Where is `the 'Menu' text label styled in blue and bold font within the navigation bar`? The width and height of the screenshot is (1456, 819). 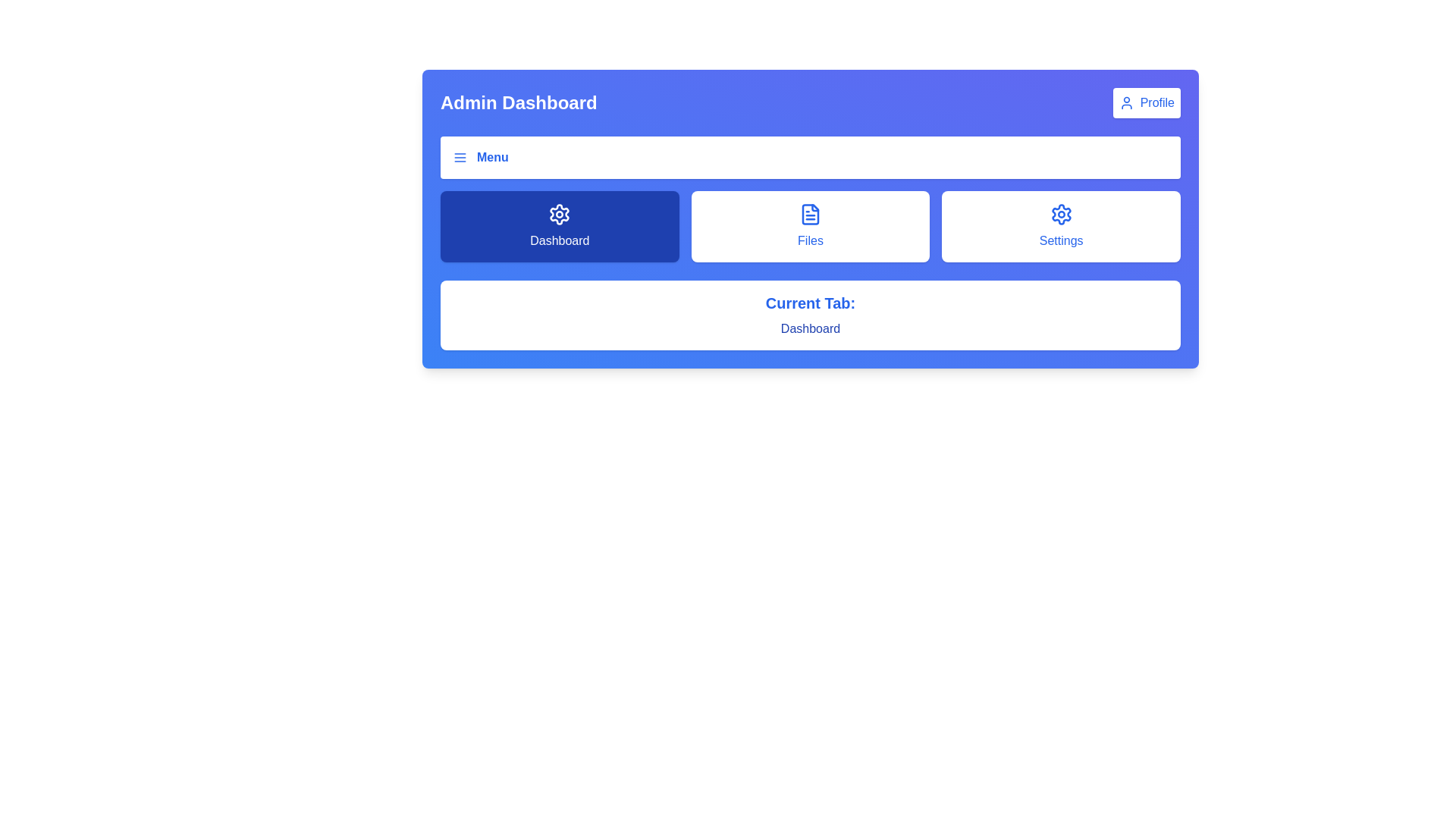
the 'Menu' text label styled in blue and bold font within the navigation bar is located at coordinates (492, 158).